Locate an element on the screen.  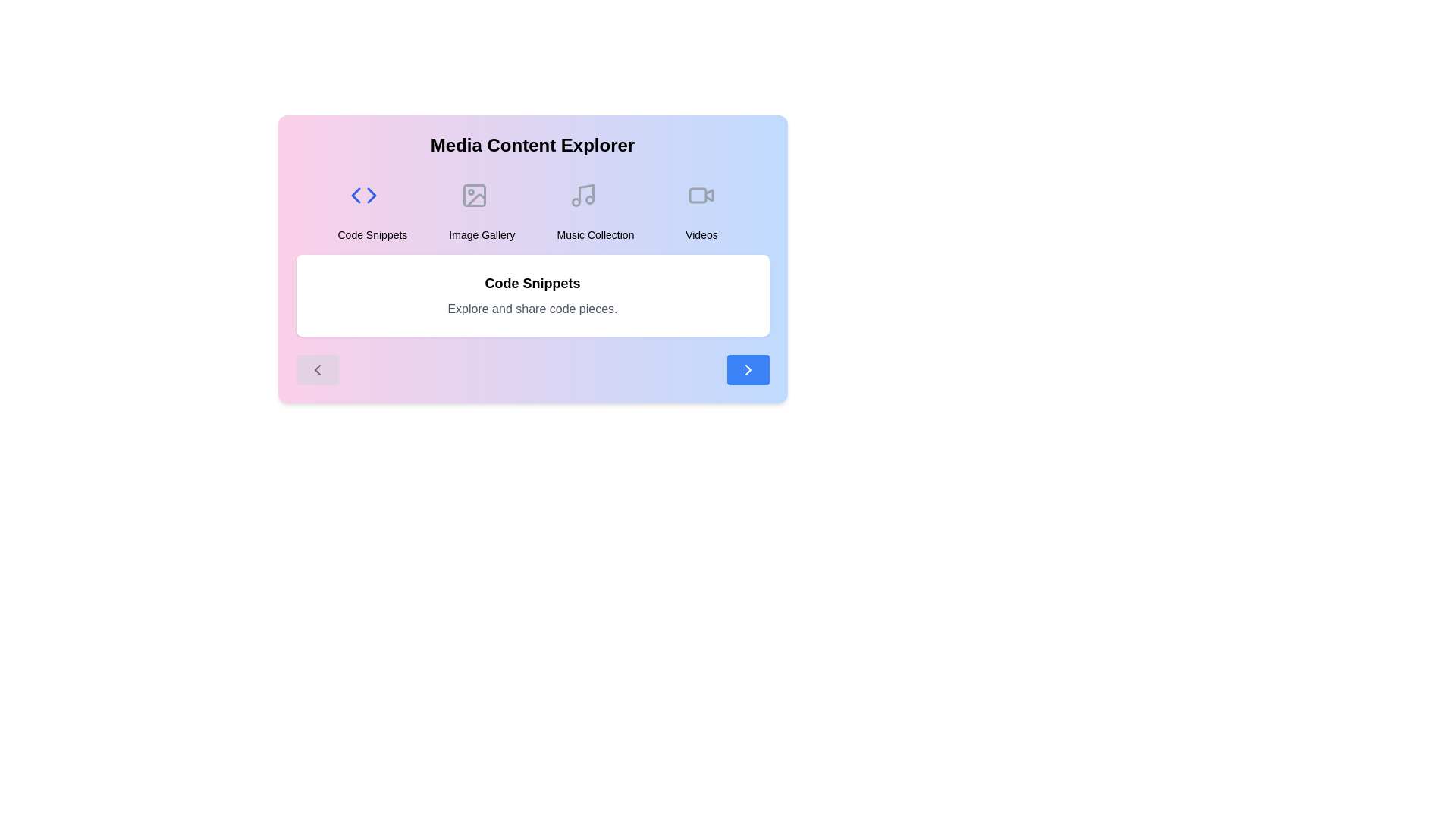
the content category Videos by clicking on its respective button is located at coordinates (701, 206).